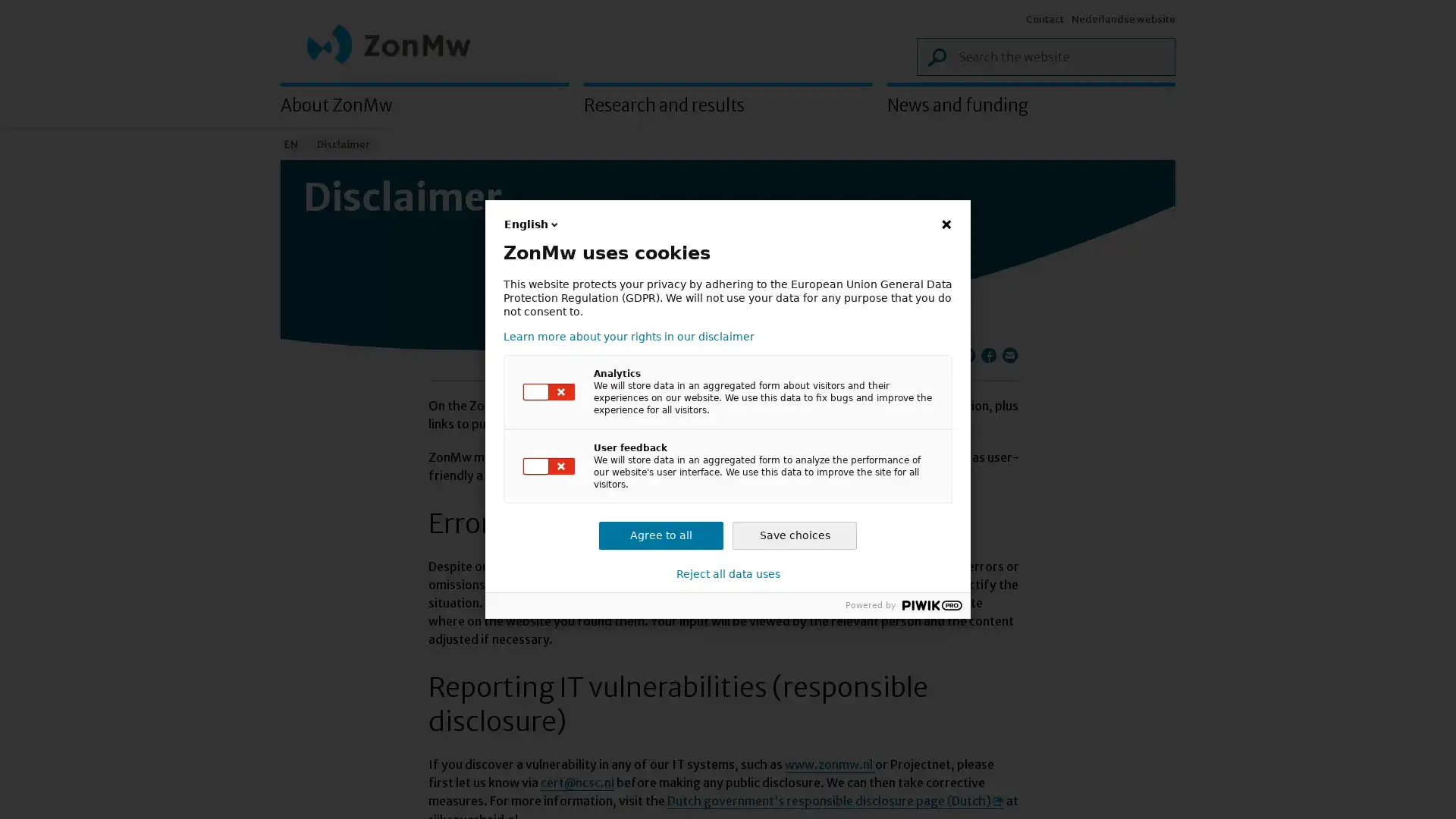 This screenshot has height=819, width=1456. What do you see at coordinates (793, 535) in the screenshot?
I see `Save choices` at bounding box center [793, 535].